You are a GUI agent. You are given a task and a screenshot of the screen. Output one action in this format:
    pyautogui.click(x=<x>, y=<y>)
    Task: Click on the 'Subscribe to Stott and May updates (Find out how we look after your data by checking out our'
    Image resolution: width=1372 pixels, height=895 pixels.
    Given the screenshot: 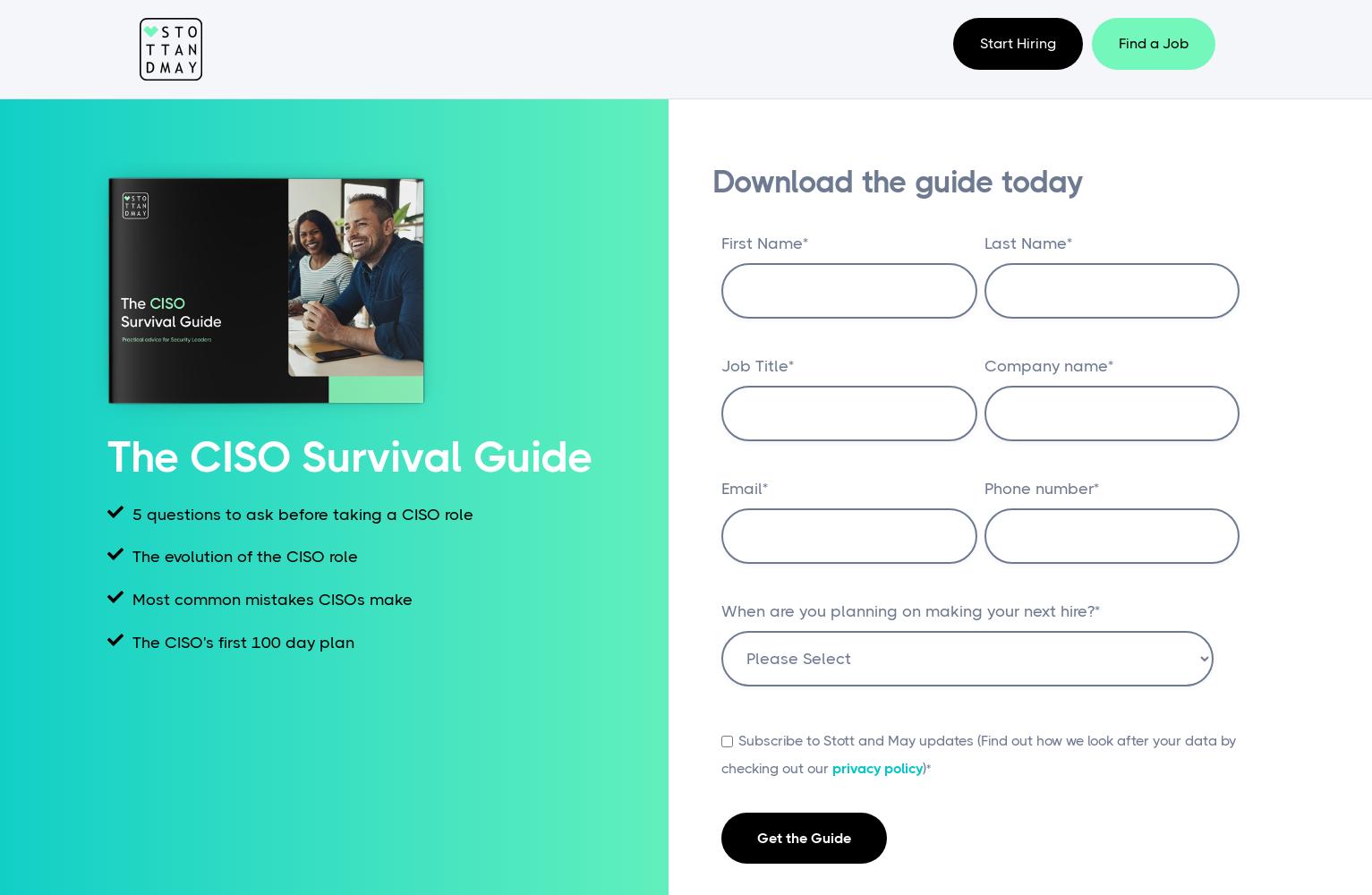 What is the action you would take?
    pyautogui.click(x=977, y=754)
    